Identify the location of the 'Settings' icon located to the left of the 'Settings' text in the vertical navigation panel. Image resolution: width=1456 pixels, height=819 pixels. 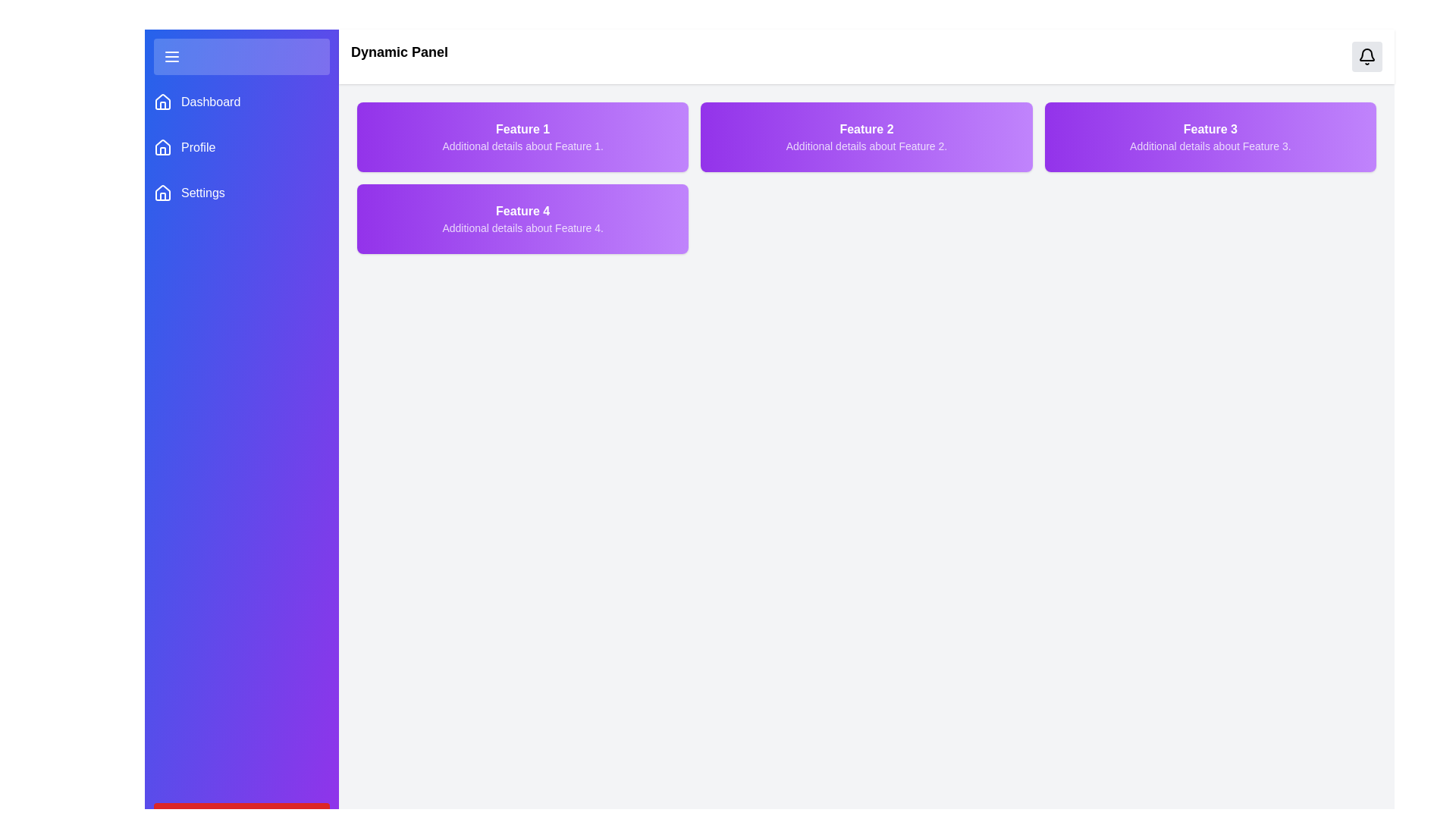
(163, 192).